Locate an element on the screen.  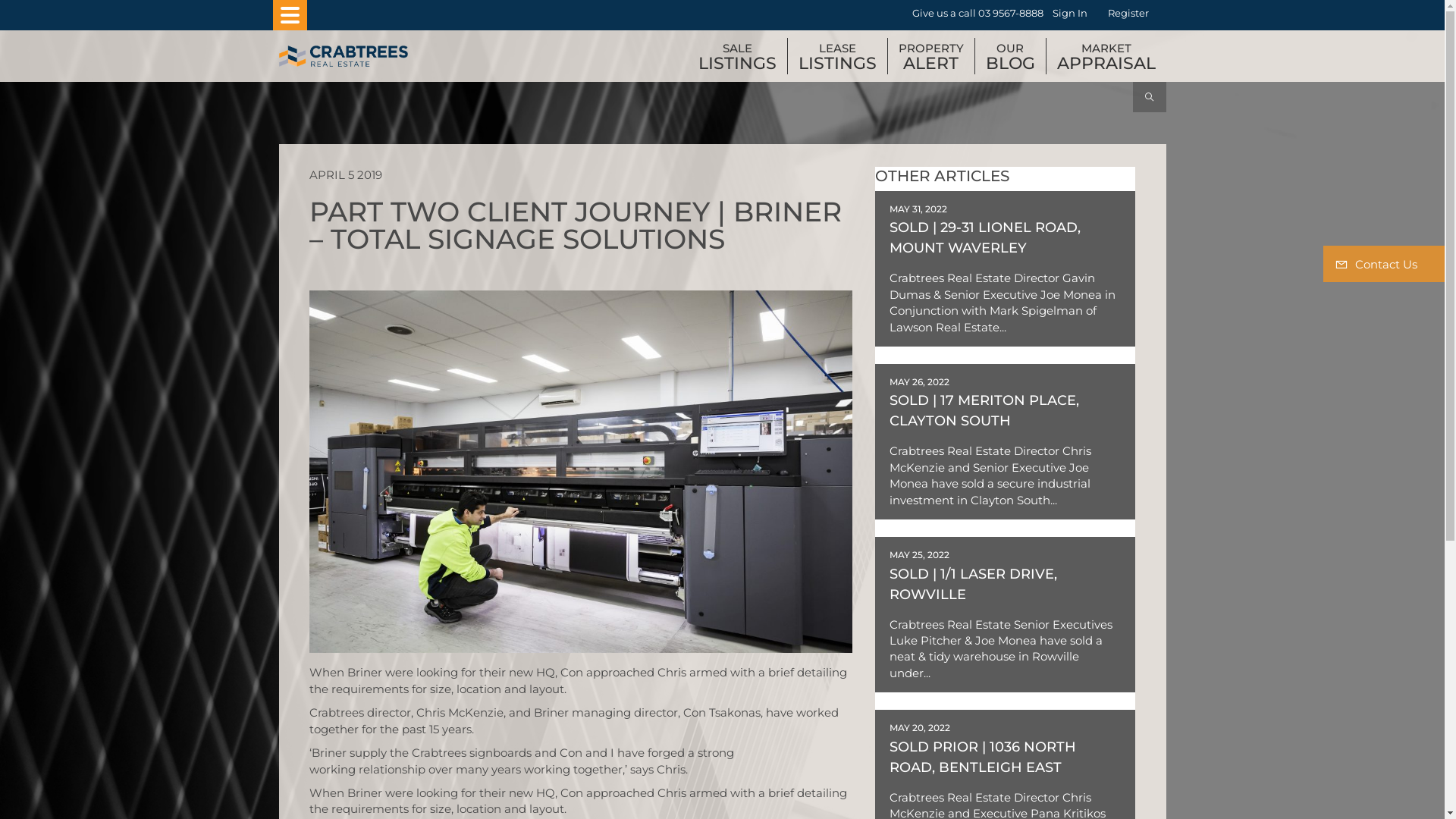
'Give us a call 03 9567-8888' is located at coordinates (977, 13).